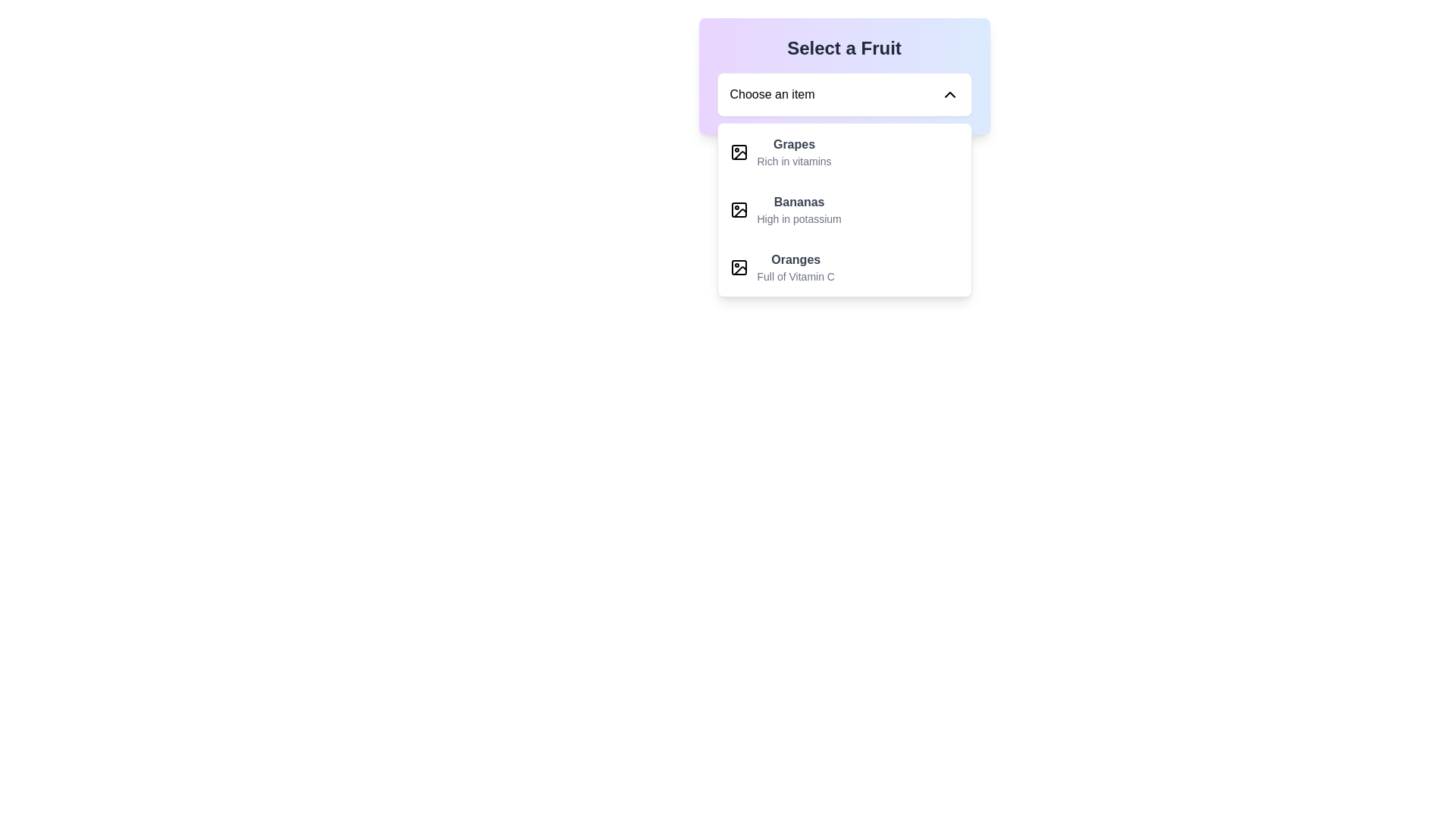 Image resolution: width=1456 pixels, height=819 pixels. Describe the element at coordinates (949, 94) in the screenshot. I see `the downward-pointing chevron icon indicating a dropdown toggle located at the far right end of the 'Choose an item' text box` at that location.